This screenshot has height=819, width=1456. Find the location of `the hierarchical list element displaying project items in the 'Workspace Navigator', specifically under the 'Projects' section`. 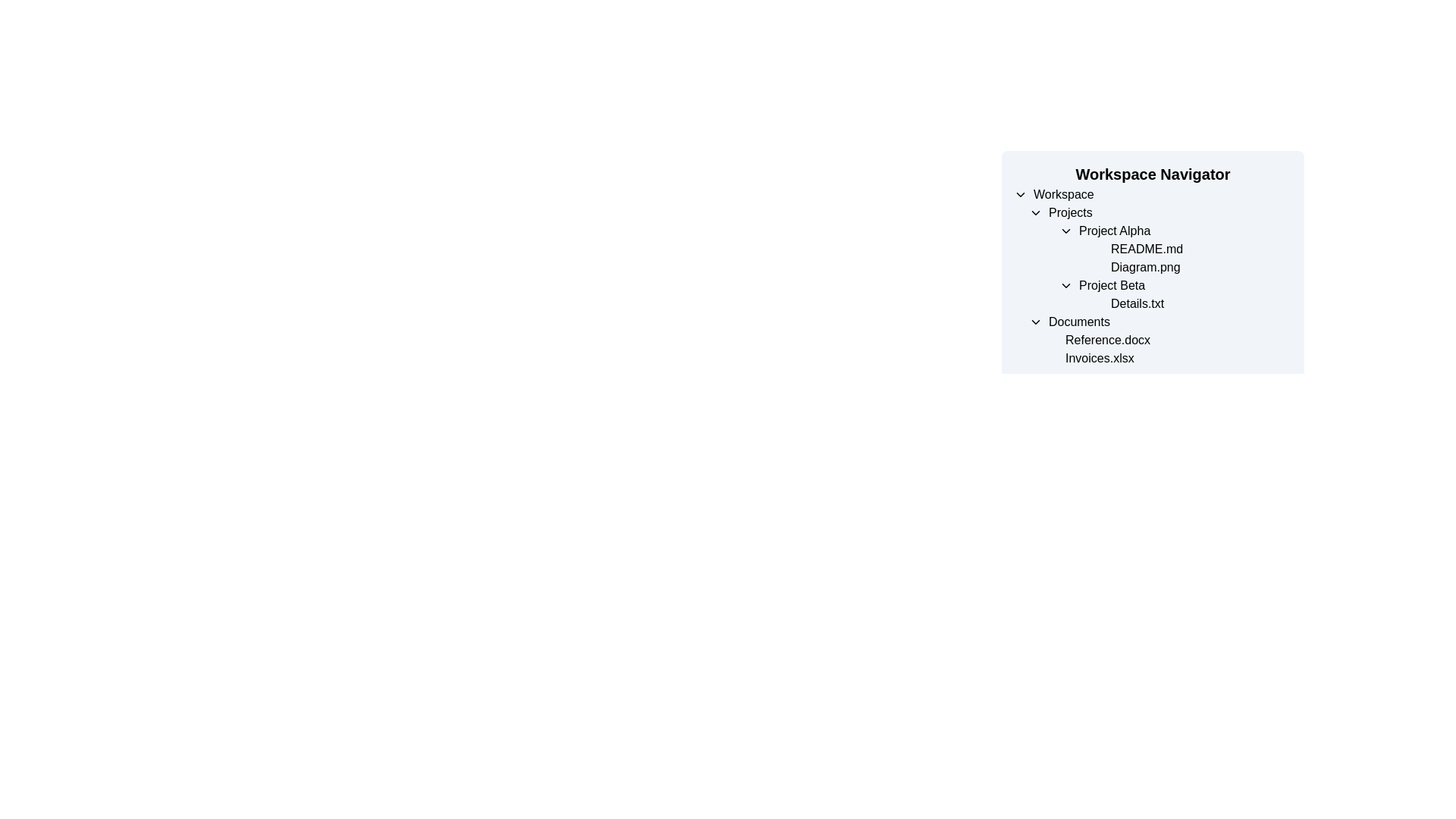

the hierarchical list element displaying project items in the 'Workspace Navigator', specifically under the 'Projects' section is located at coordinates (1153, 257).